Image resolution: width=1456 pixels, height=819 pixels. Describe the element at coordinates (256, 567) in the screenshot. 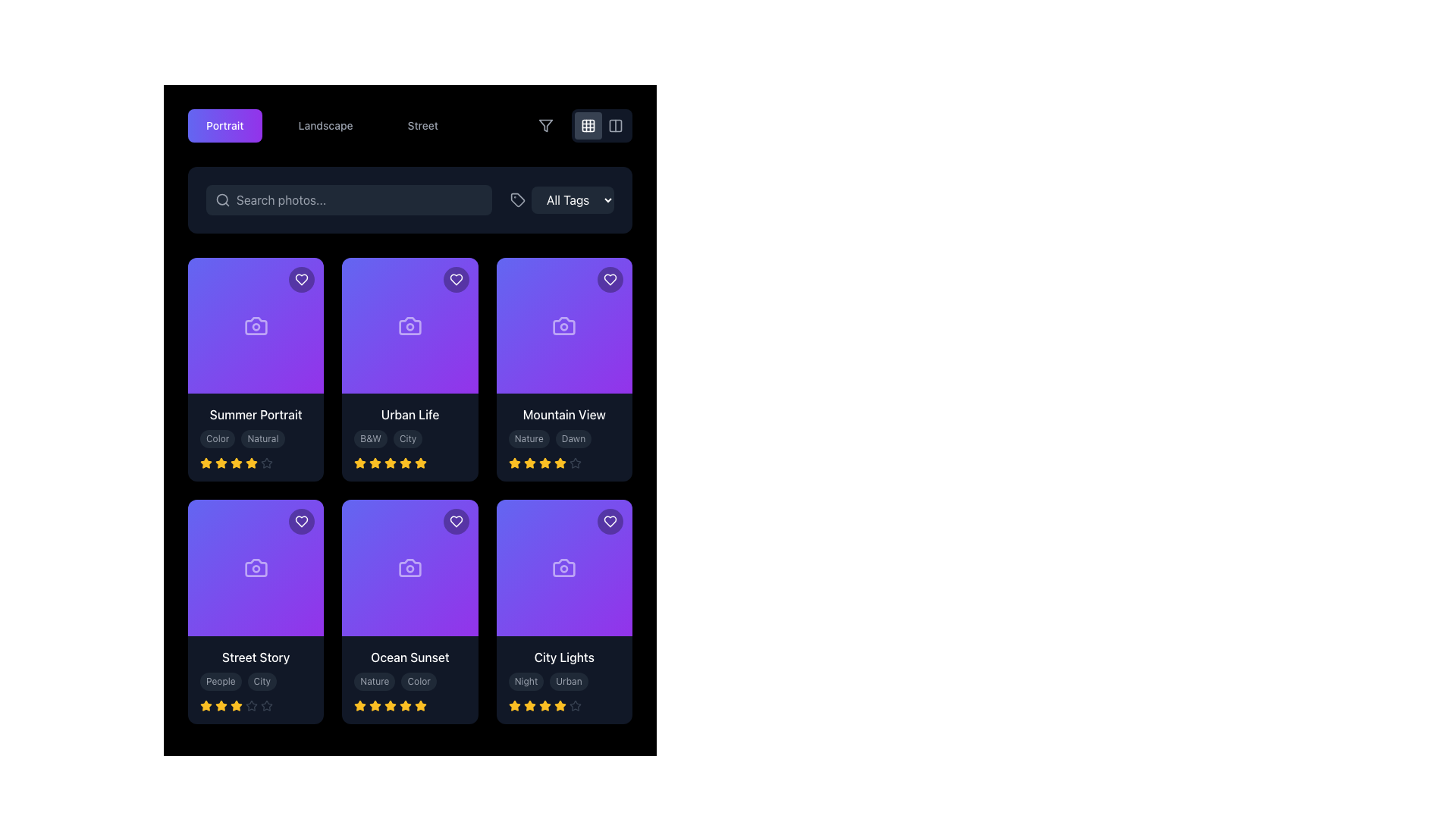

I see `the camera icon located in the center of the purple 'Street Story' card, which is the first card in the second row of the grid layout` at that location.